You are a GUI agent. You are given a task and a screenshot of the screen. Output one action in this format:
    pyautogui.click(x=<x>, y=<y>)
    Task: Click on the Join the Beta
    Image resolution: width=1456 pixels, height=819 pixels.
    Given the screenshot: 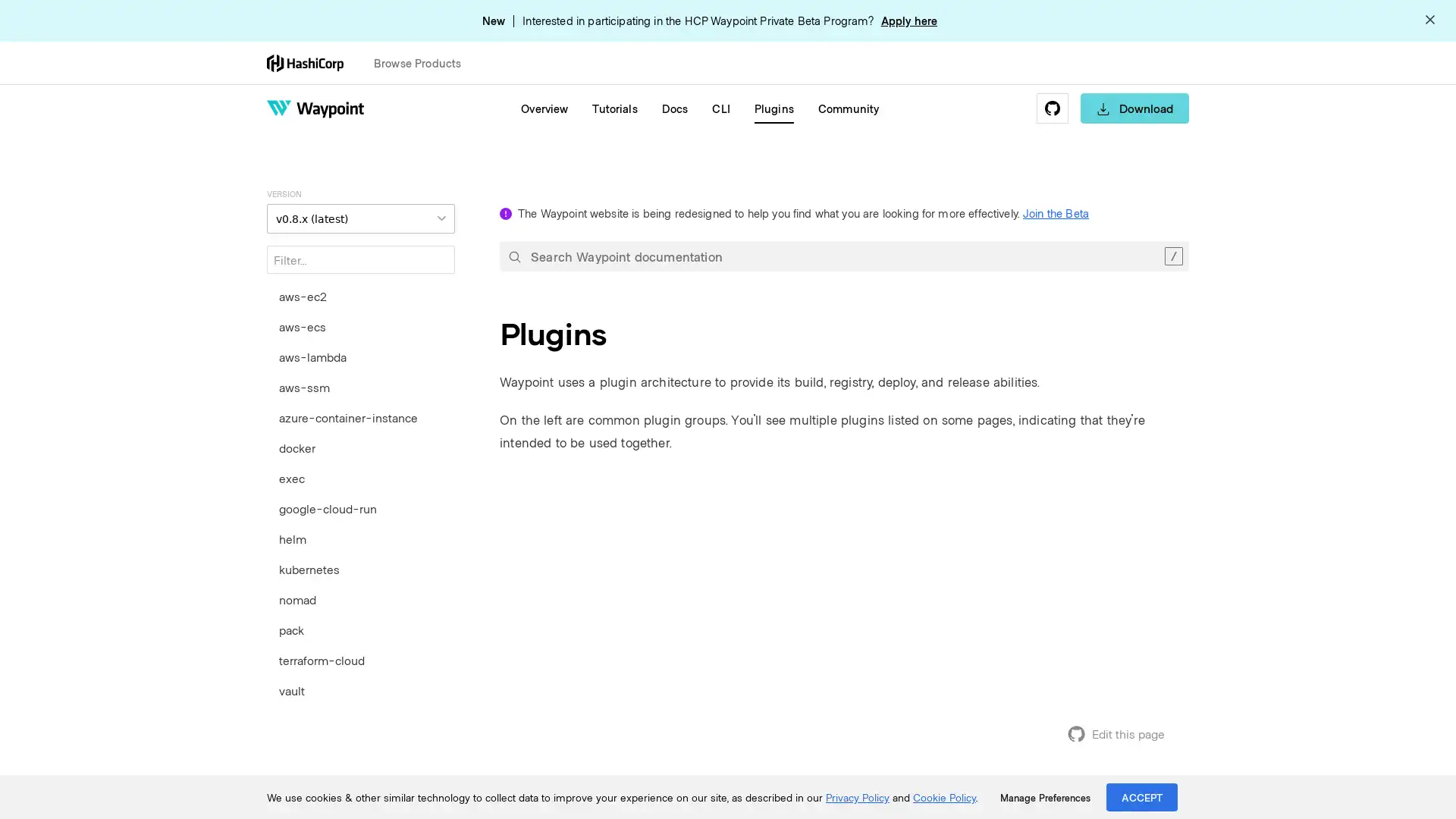 What is the action you would take?
    pyautogui.click(x=1055, y=213)
    